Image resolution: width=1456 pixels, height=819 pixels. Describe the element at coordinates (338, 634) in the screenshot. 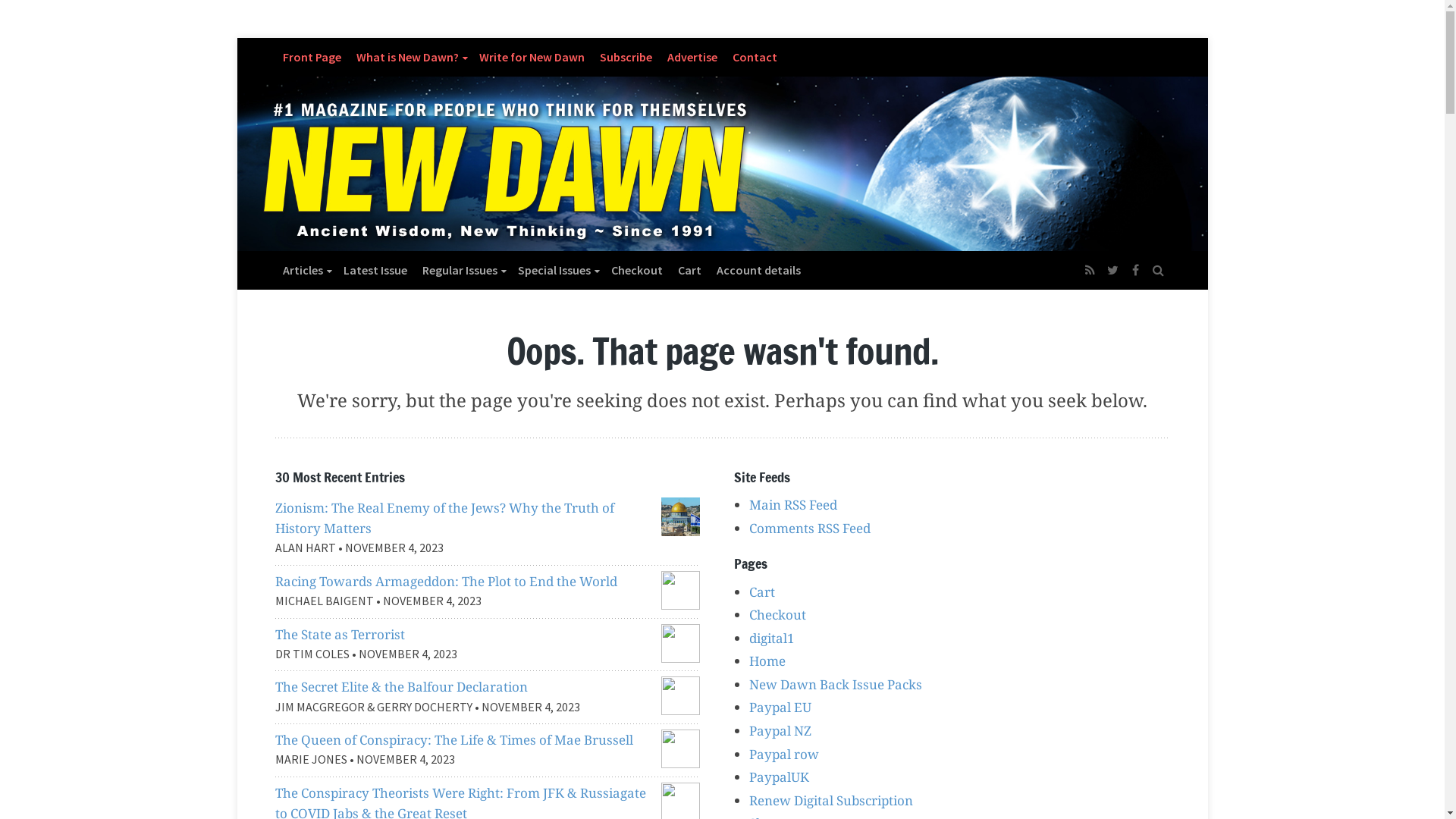

I see `'The State as Terrorist'` at that location.